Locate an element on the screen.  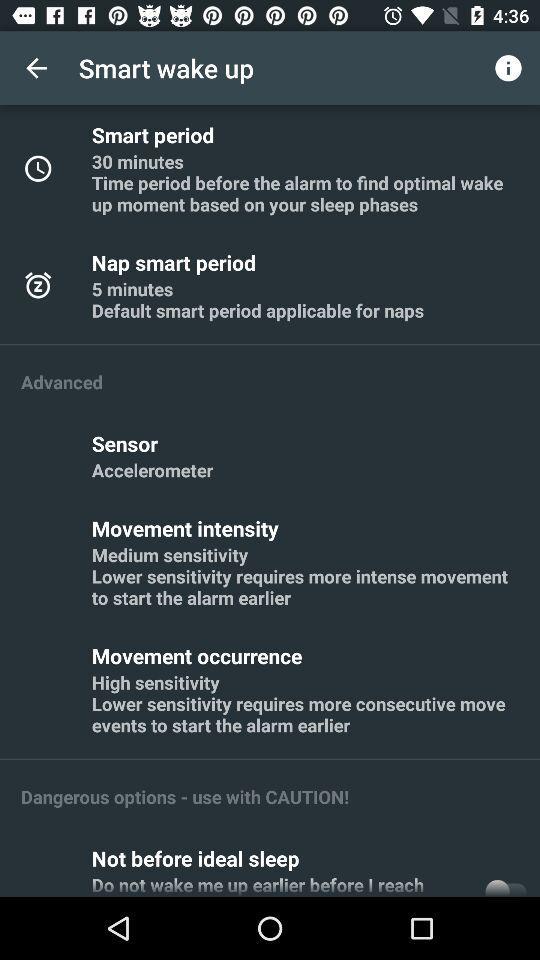
item above high sensitivity lower item is located at coordinates (200, 654).